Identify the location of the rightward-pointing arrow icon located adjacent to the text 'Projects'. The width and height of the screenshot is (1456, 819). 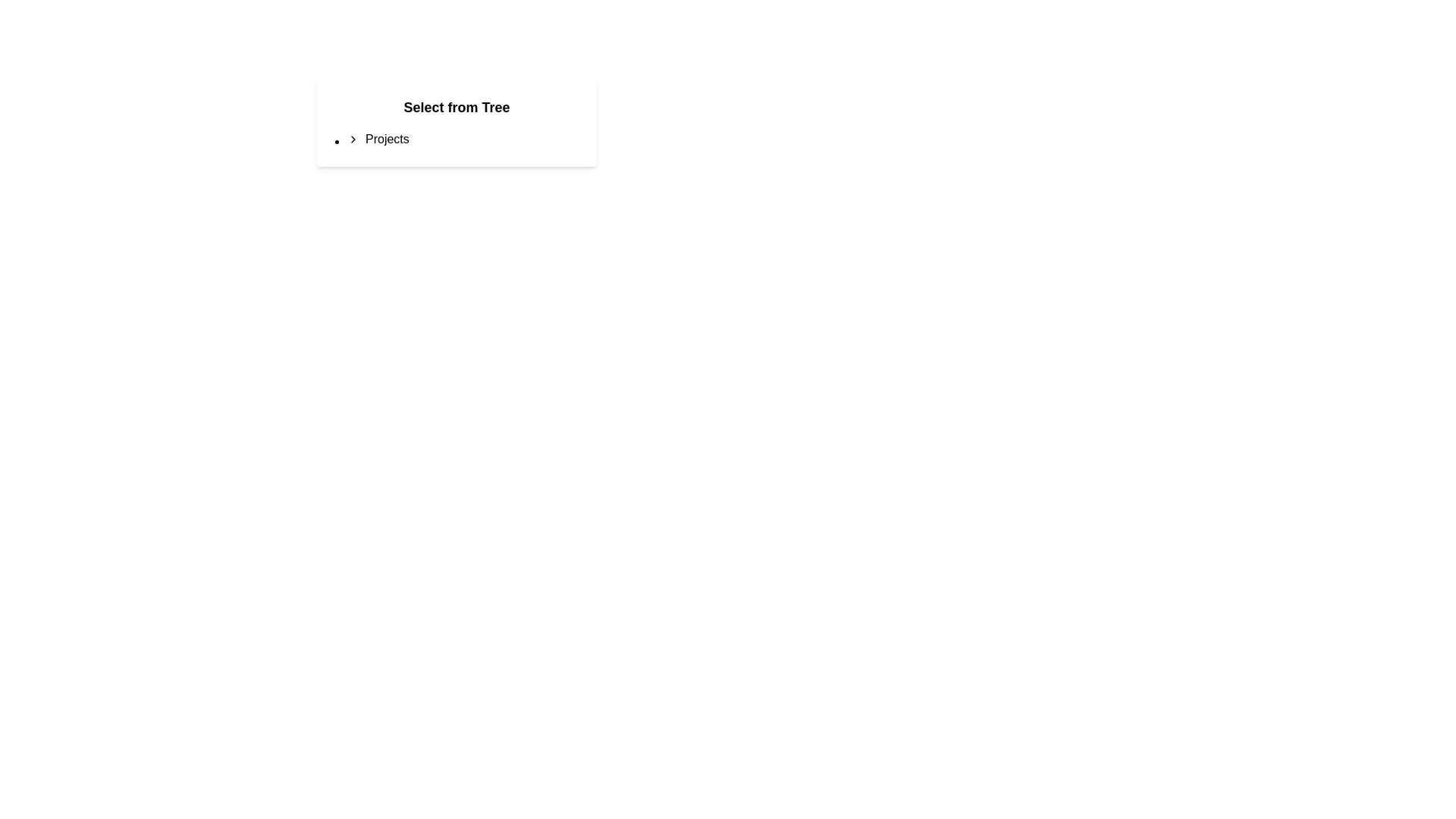
(352, 140).